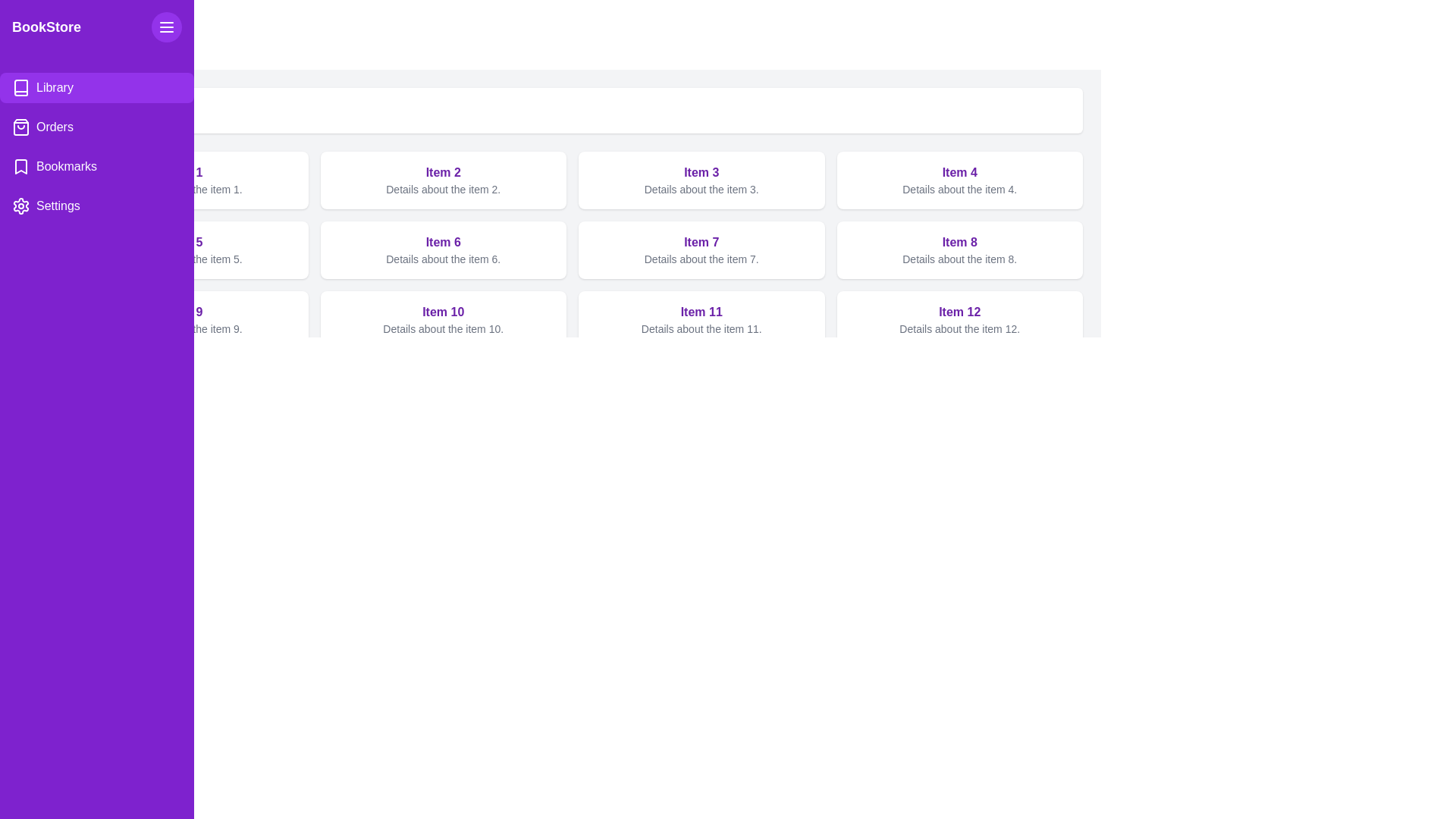  I want to click on the shopping bag icon element located in the sidebar, which serves as an identifier for the orders menu option, so click(21, 127).